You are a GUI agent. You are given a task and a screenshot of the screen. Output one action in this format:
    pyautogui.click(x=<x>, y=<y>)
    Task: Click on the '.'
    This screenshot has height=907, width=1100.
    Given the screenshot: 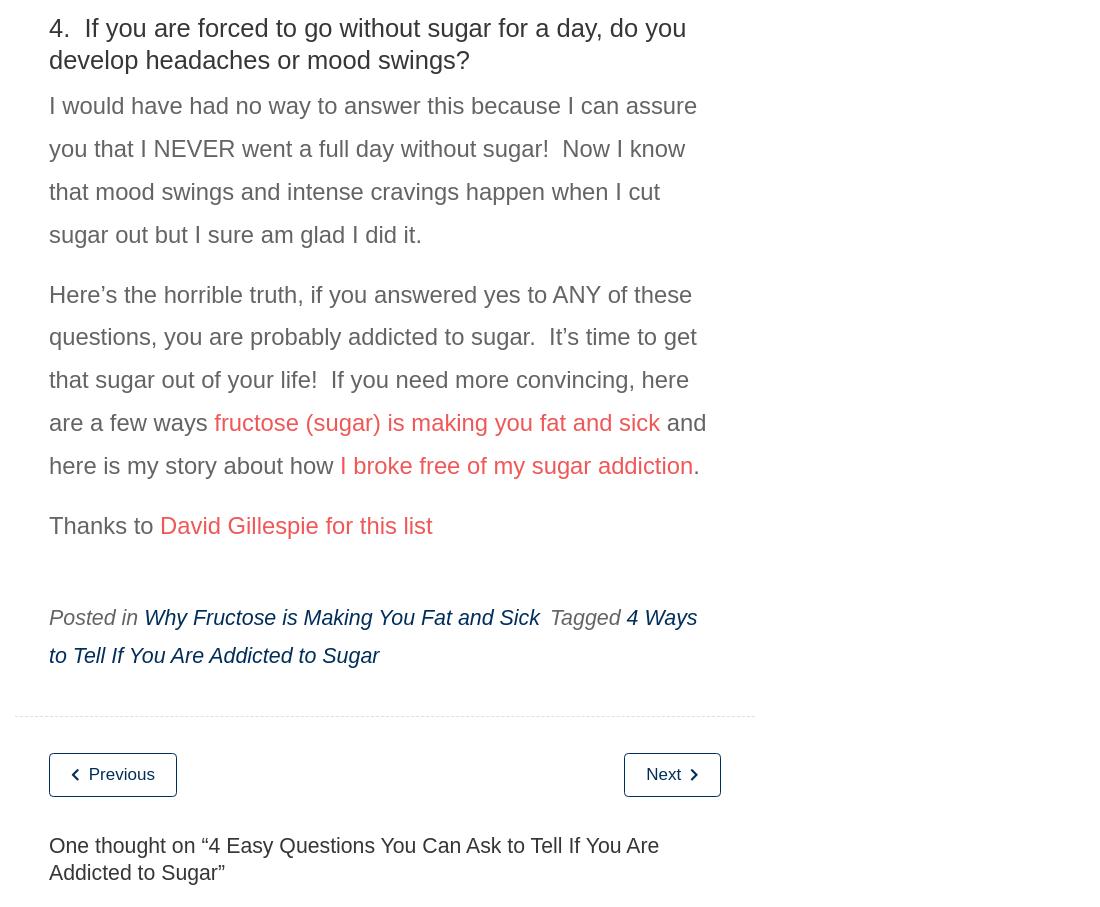 What is the action you would take?
    pyautogui.click(x=694, y=464)
    